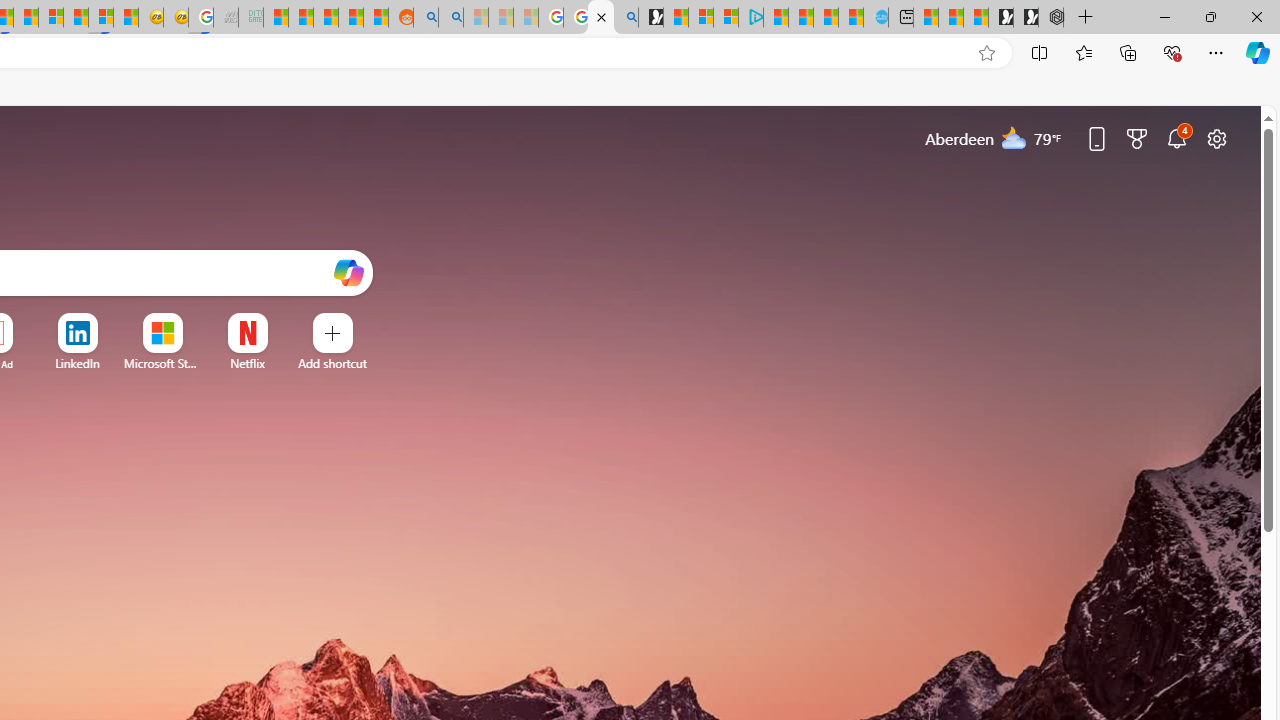 The width and height of the screenshot is (1280, 720). Describe the element at coordinates (450, 17) in the screenshot. I see `'Utah sues federal government - Search'` at that location.